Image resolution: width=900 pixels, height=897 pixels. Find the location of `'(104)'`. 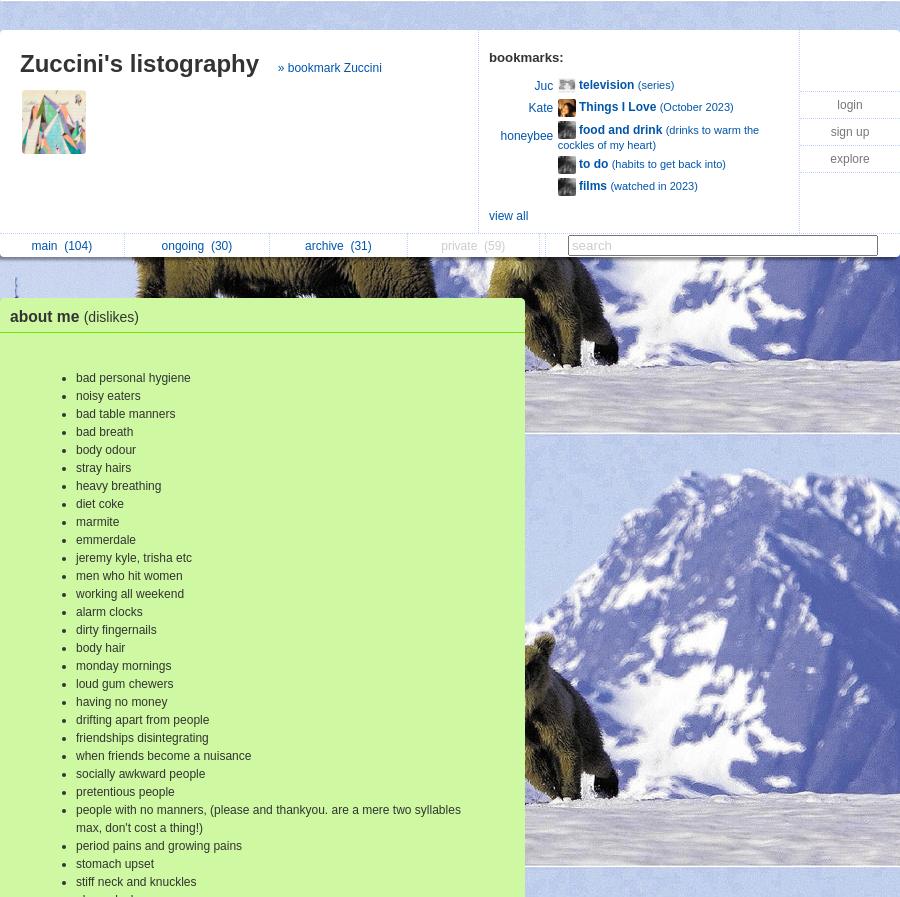

'(104)' is located at coordinates (62, 243).